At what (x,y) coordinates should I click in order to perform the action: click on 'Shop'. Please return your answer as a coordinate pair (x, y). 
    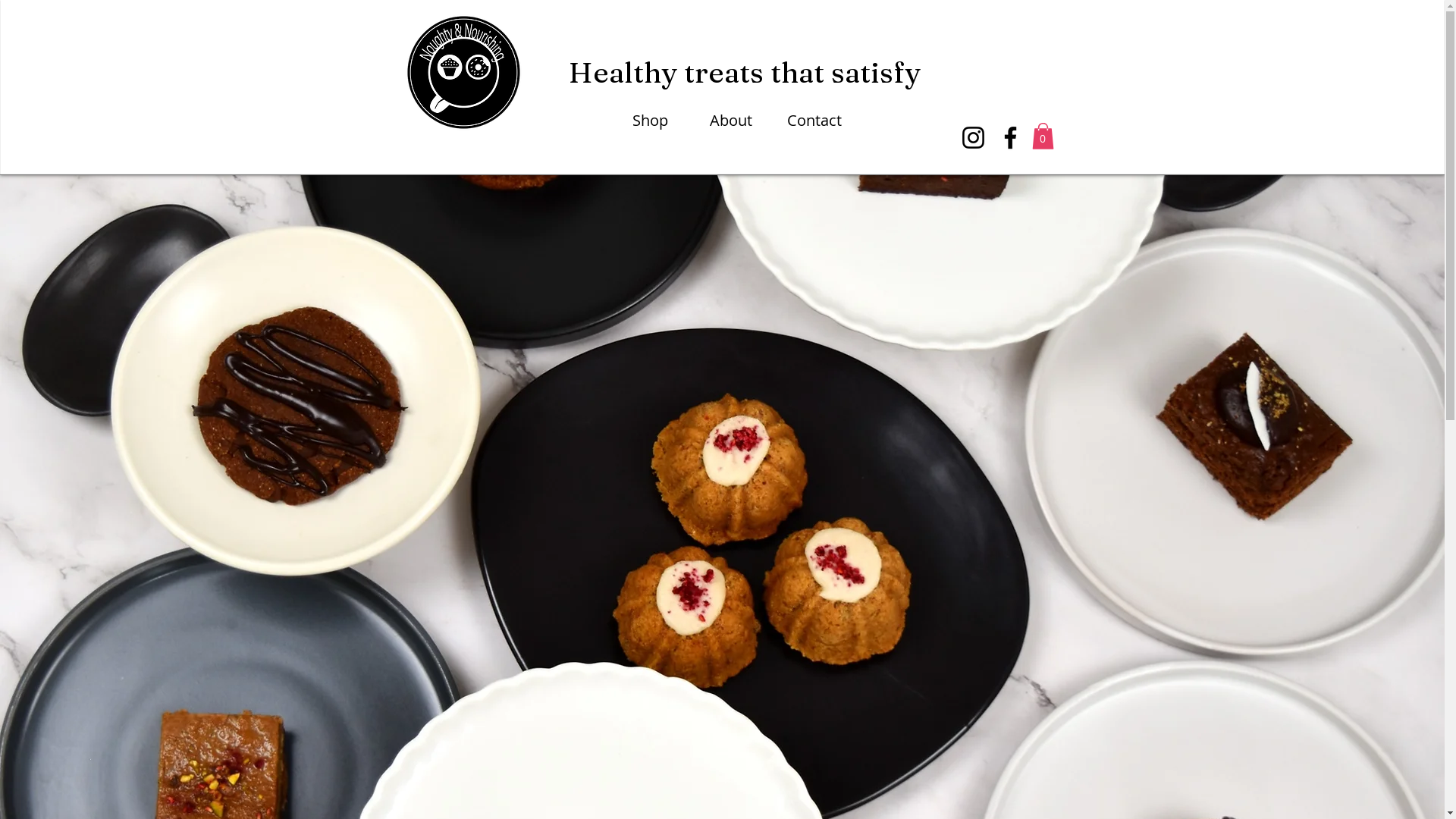
    Looking at the image, I should click on (658, 119).